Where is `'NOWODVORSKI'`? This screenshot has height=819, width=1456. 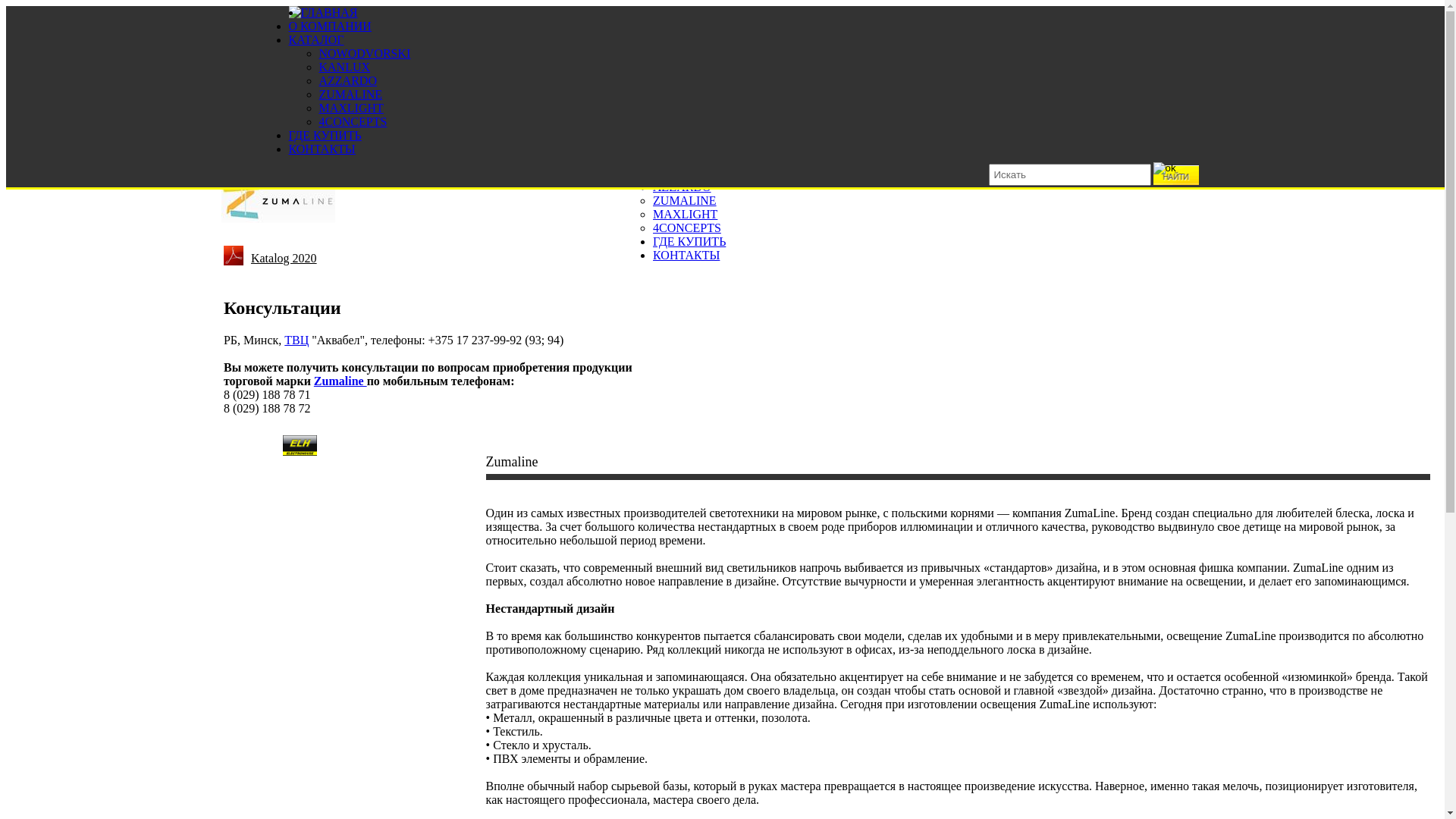
'NOWODVORSKI' is located at coordinates (364, 52).